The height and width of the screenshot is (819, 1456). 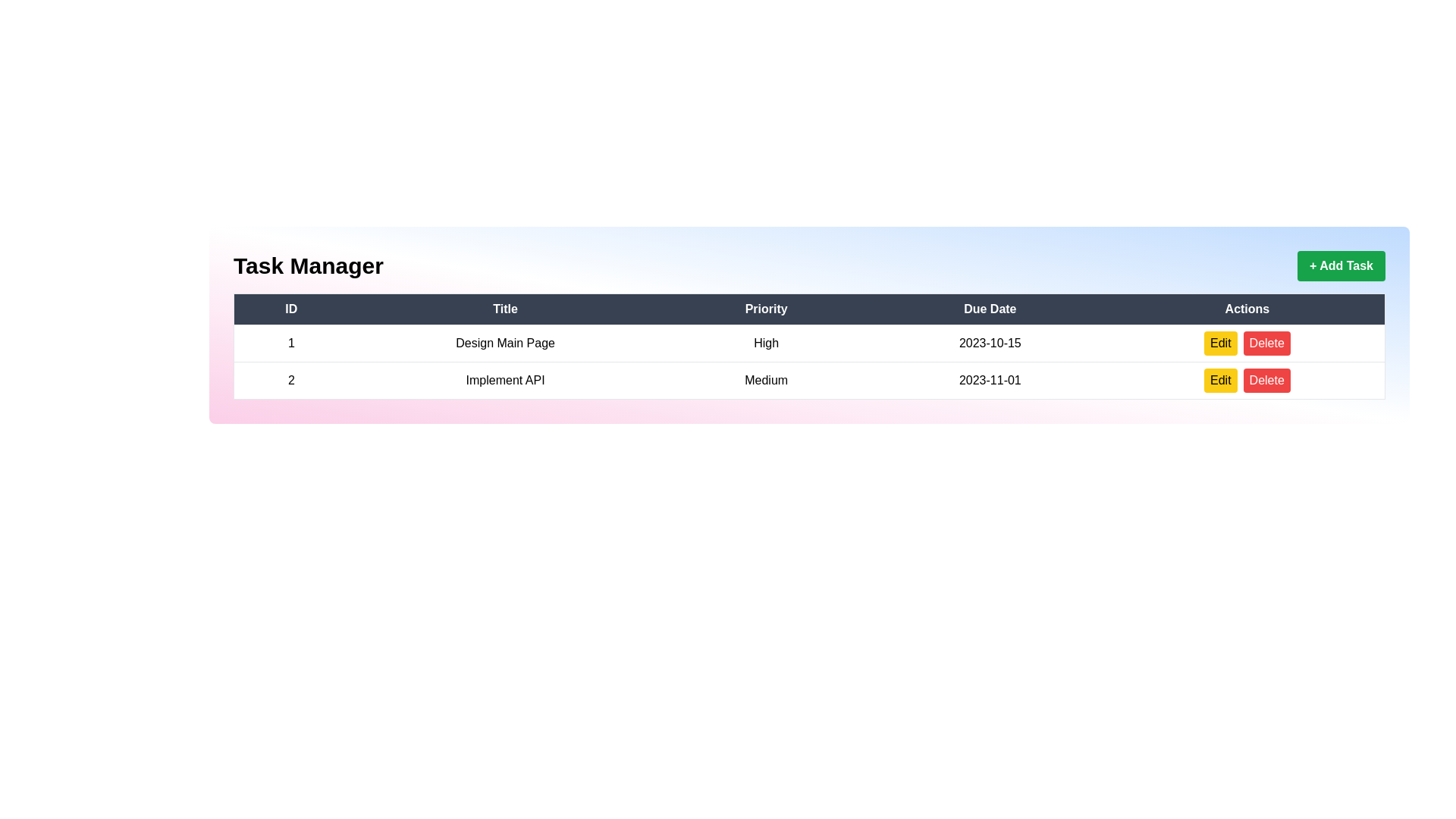 What do you see at coordinates (990, 379) in the screenshot?
I see `the 'Due Date' text label in the second row of the table, which indicates the due date for the corresponding task` at bounding box center [990, 379].